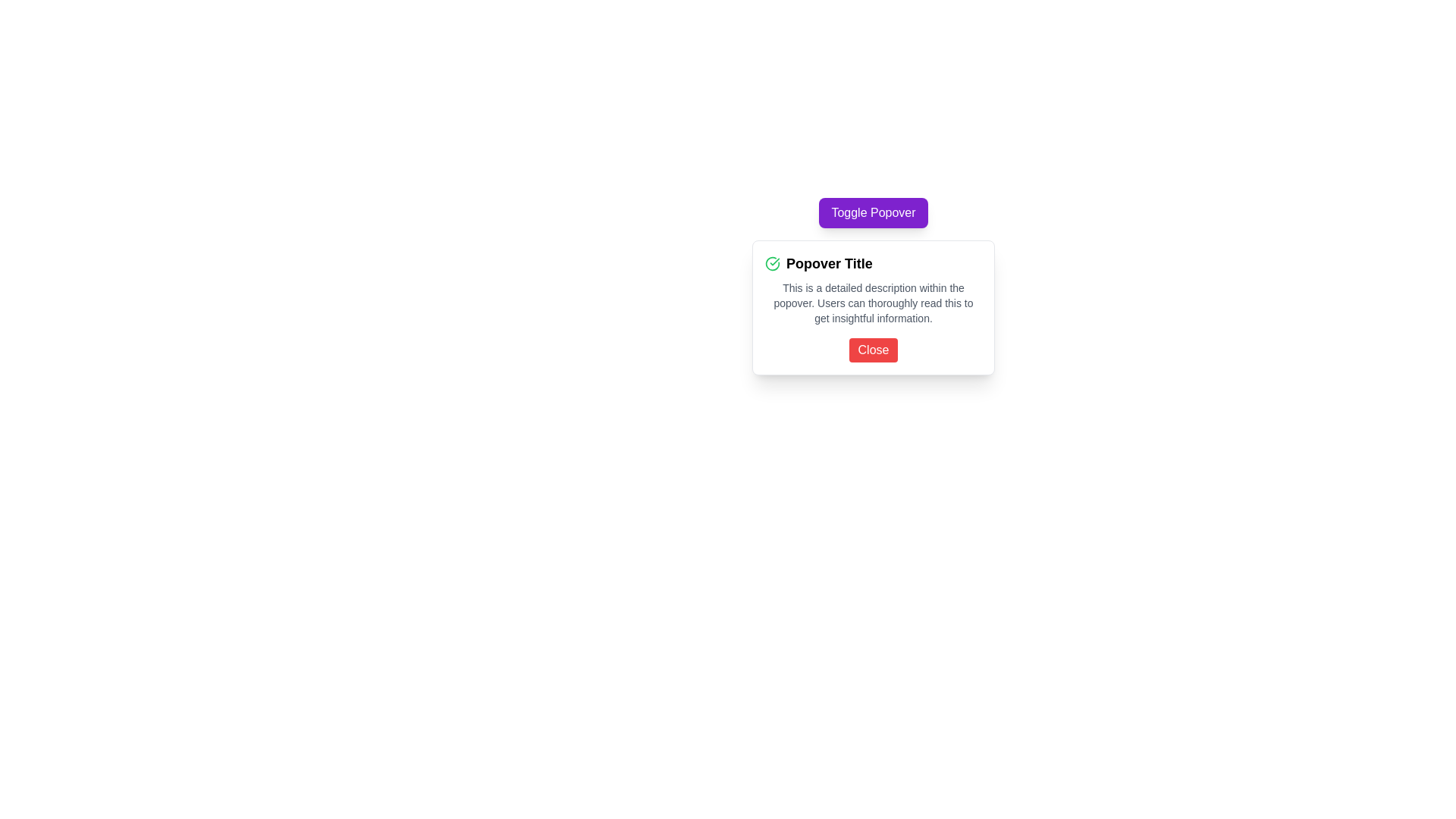 The image size is (1456, 819). I want to click on the rectangular button with a red background and white text 'Close' to observe the hover effect, so click(874, 350).